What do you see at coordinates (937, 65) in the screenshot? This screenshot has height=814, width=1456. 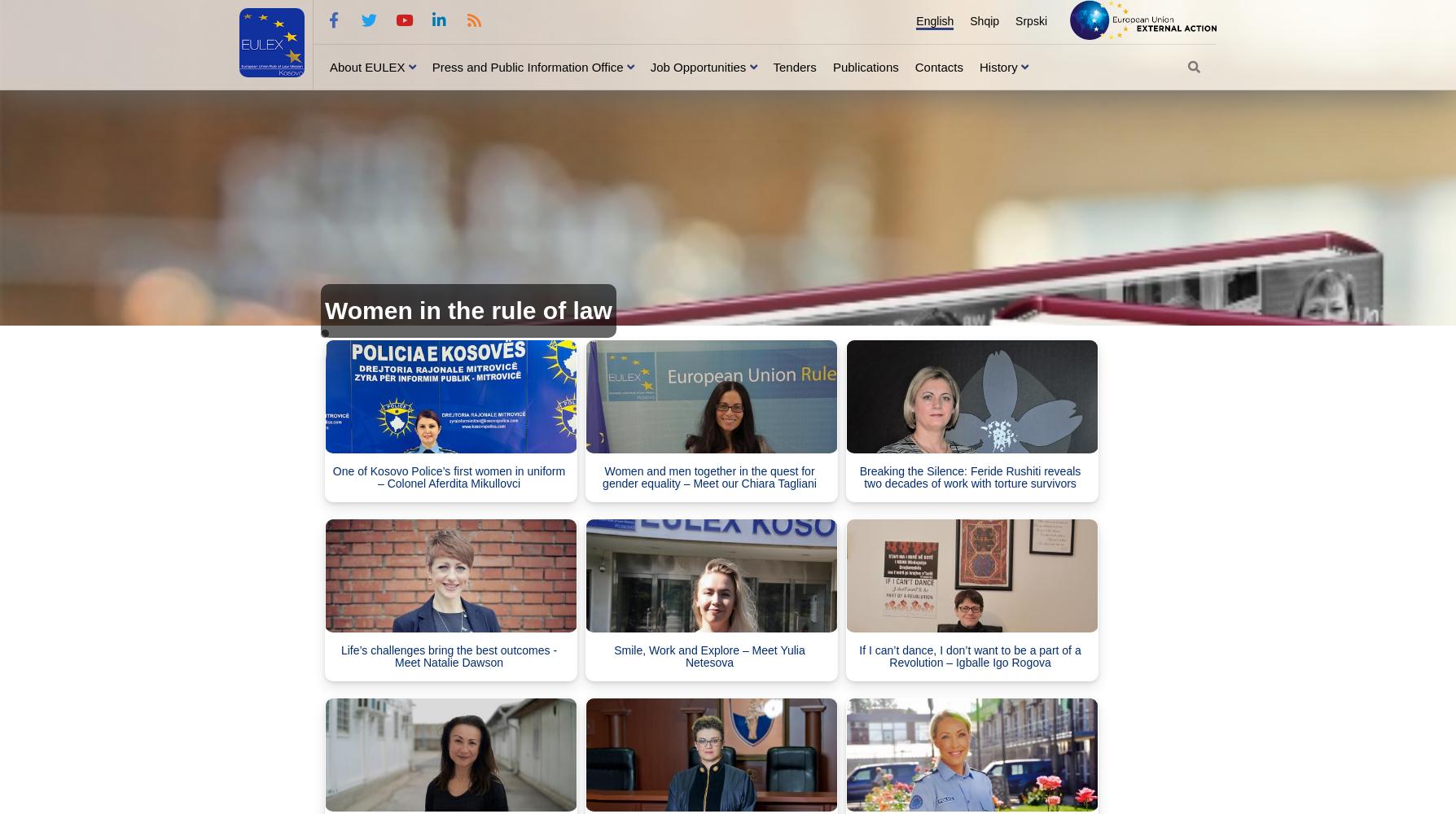 I see `'Contacts'` at bounding box center [937, 65].